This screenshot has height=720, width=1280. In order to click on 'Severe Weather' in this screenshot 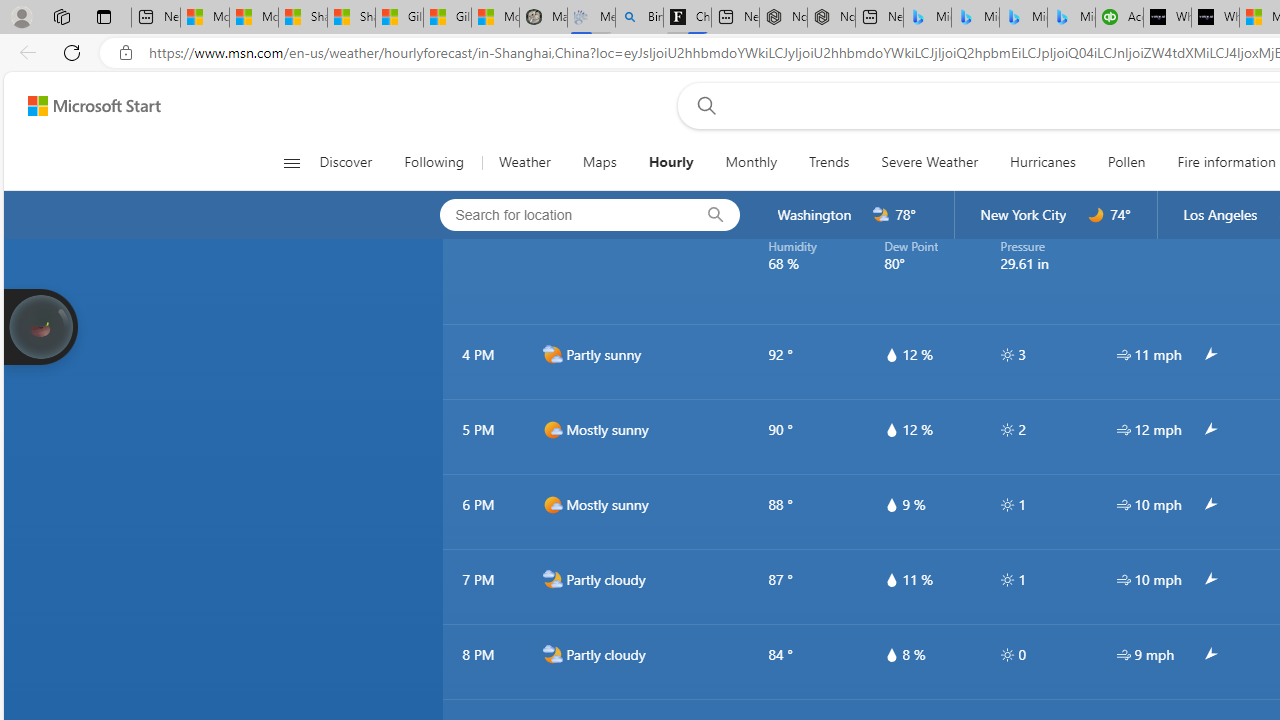, I will do `click(928, 162)`.